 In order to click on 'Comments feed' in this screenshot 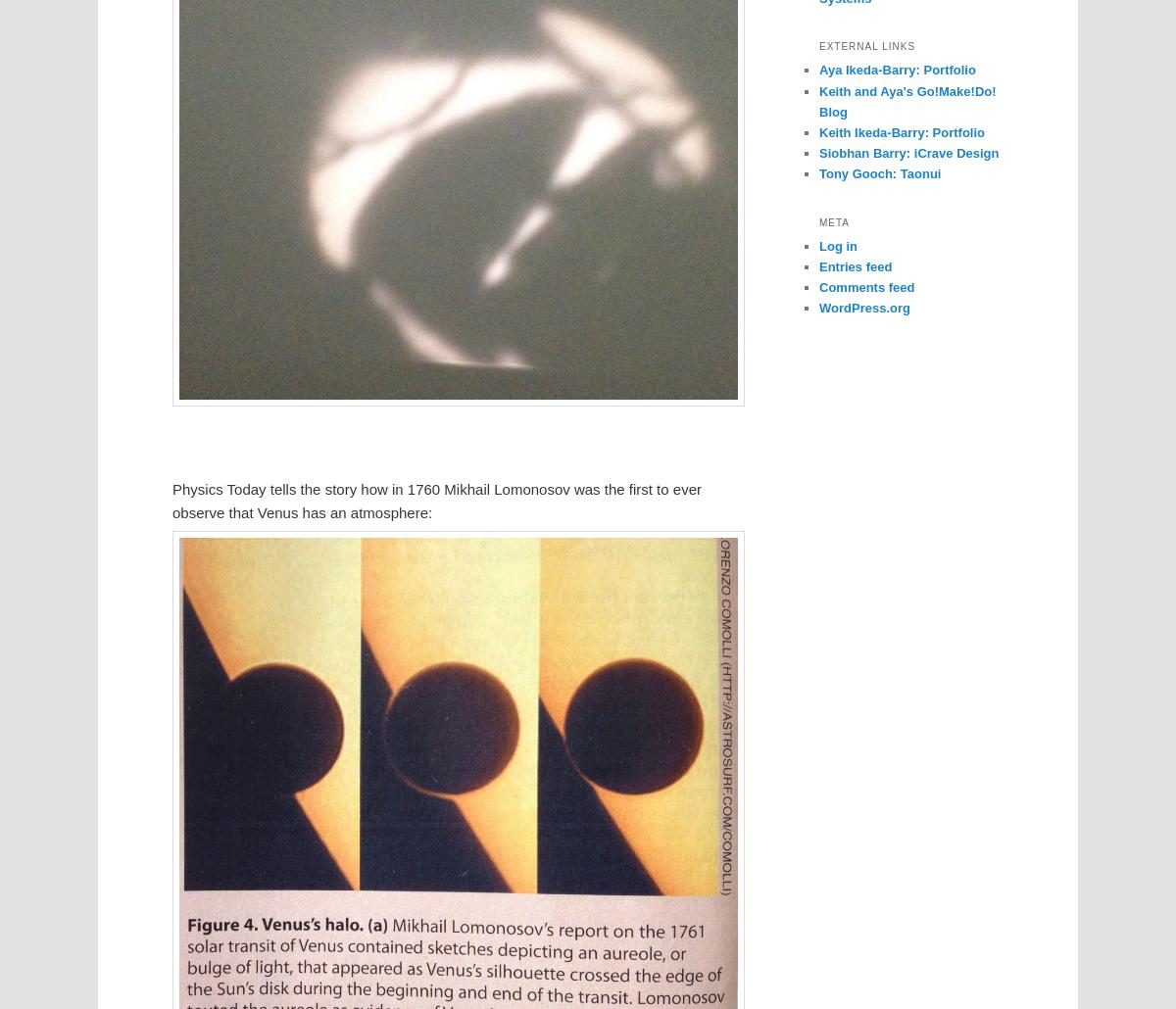, I will do `click(865, 285)`.